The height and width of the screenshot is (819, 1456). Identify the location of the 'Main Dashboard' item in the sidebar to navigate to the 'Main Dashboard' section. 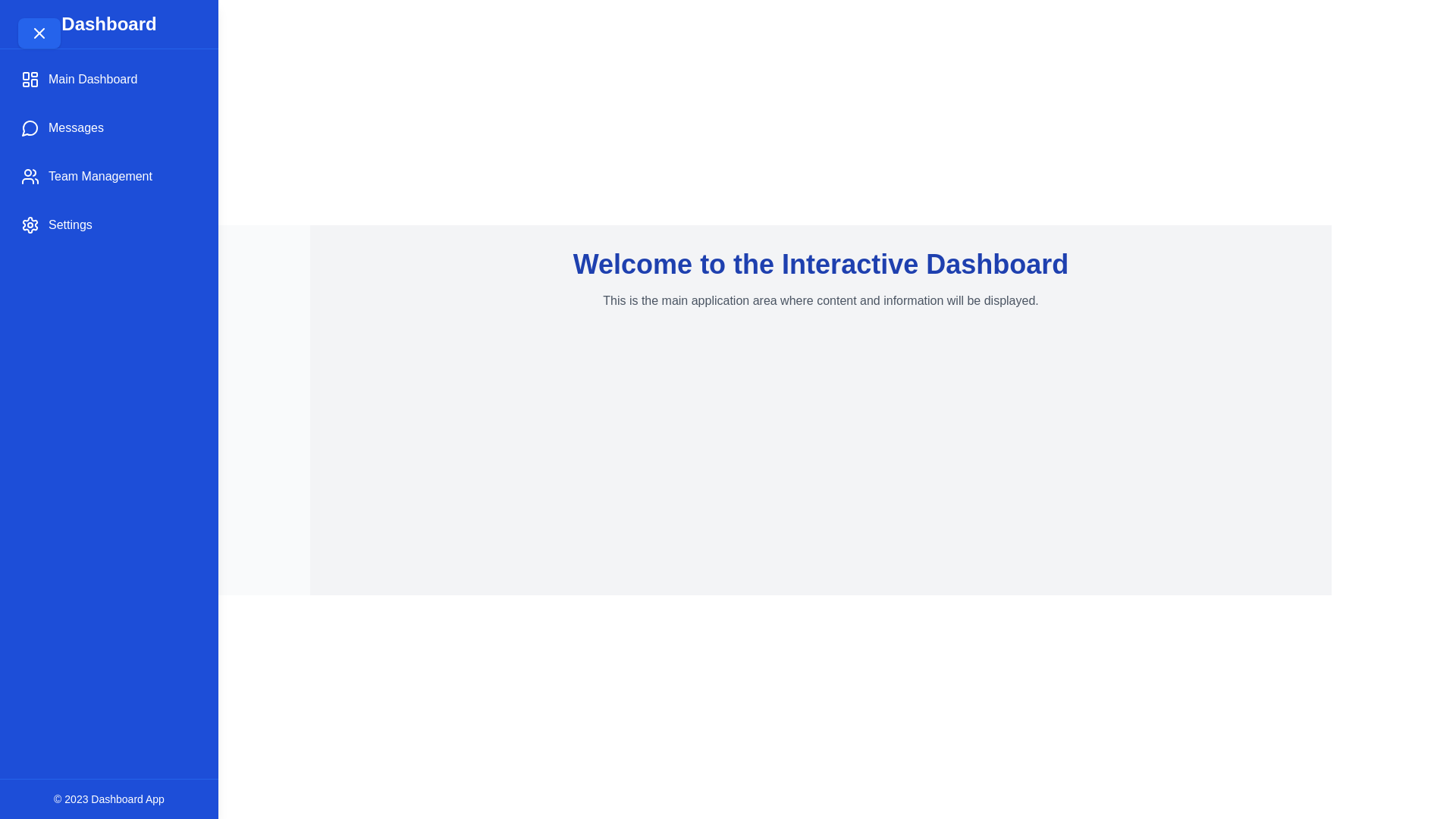
(108, 79).